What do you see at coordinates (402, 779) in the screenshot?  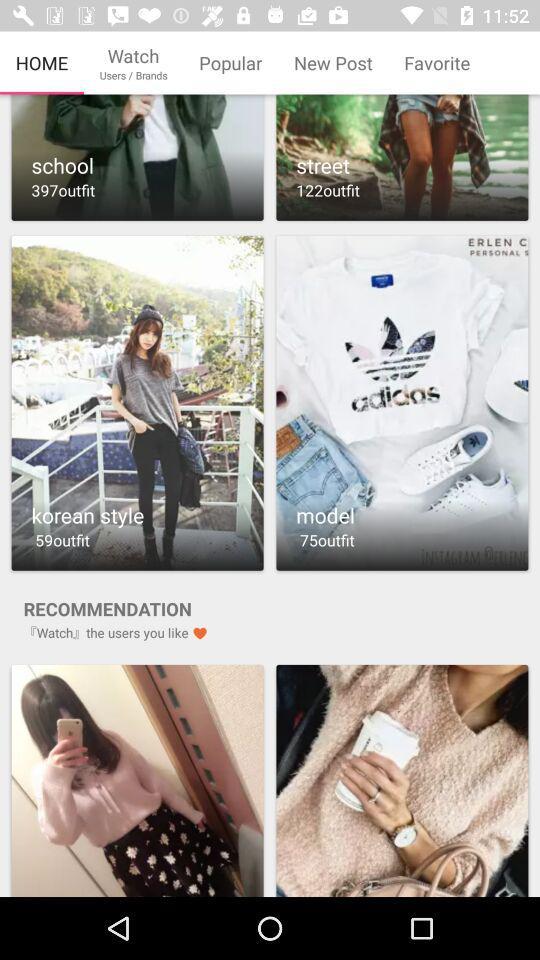 I see `the selected image` at bounding box center [402, 779].